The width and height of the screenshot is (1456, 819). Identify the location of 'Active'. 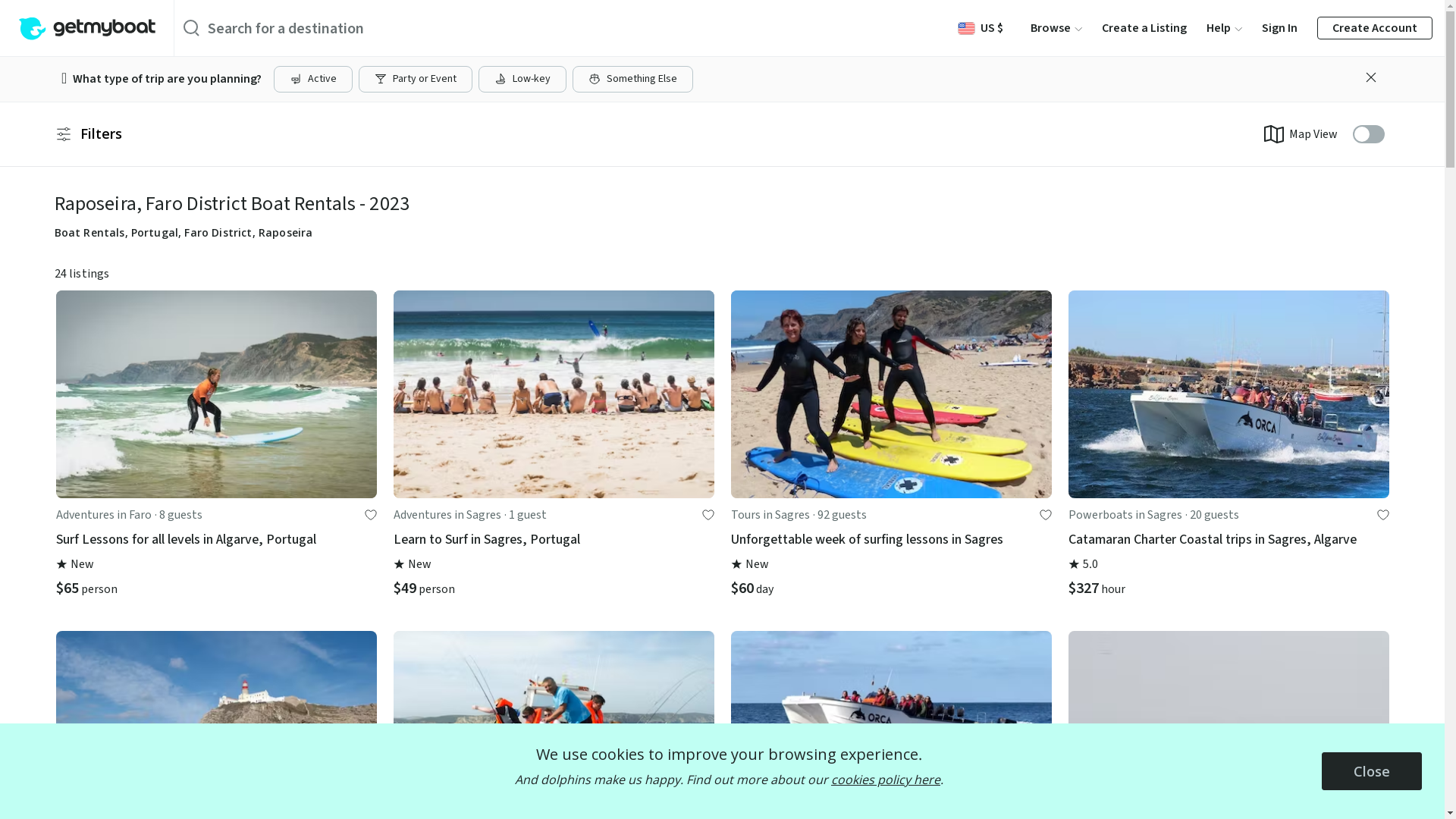
(312, 79).